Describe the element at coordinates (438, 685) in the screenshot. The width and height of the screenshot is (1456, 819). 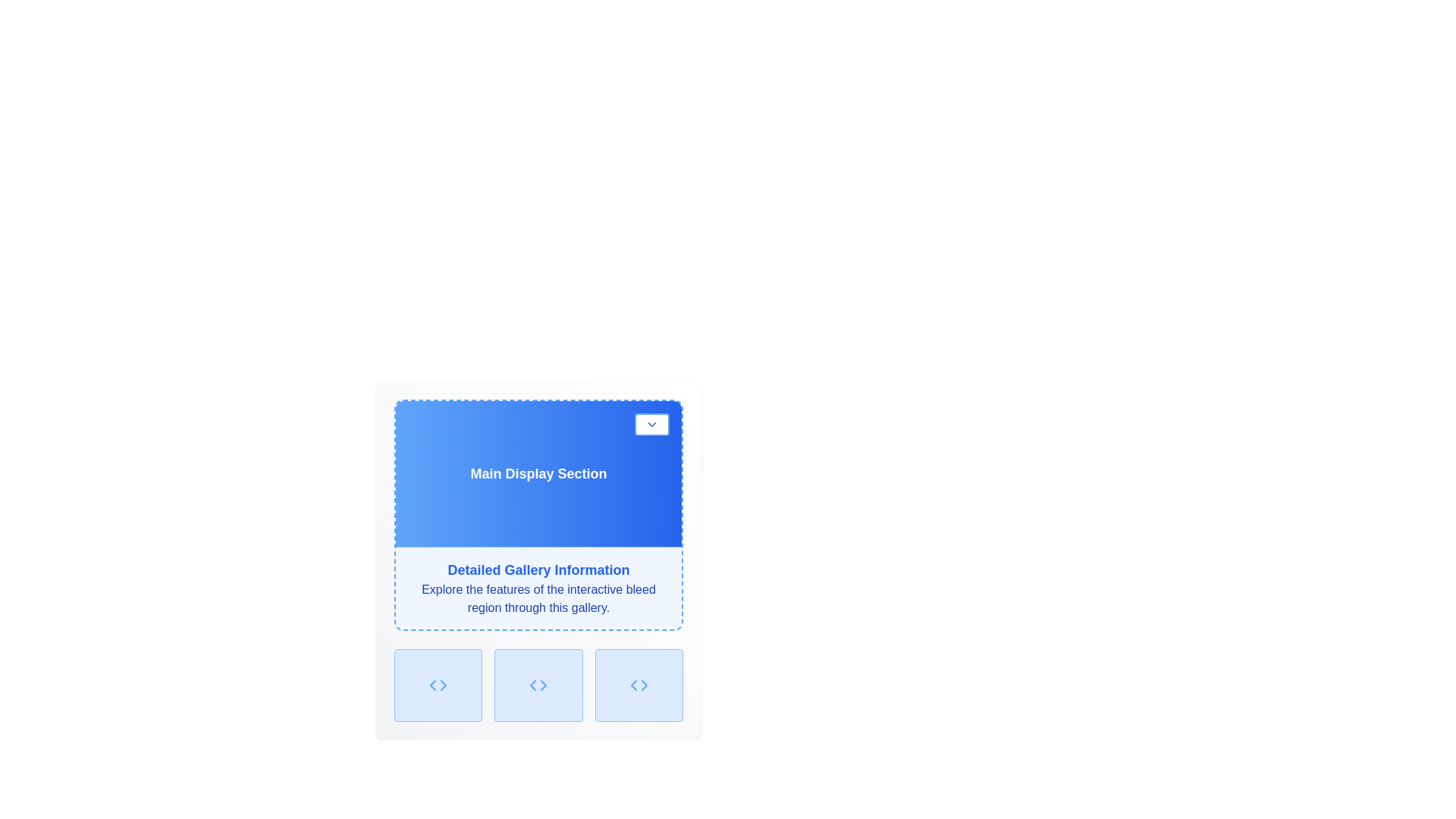
I see `the first button below the 'Detailed Gallery Information' section for keyboard interaction` at that location.